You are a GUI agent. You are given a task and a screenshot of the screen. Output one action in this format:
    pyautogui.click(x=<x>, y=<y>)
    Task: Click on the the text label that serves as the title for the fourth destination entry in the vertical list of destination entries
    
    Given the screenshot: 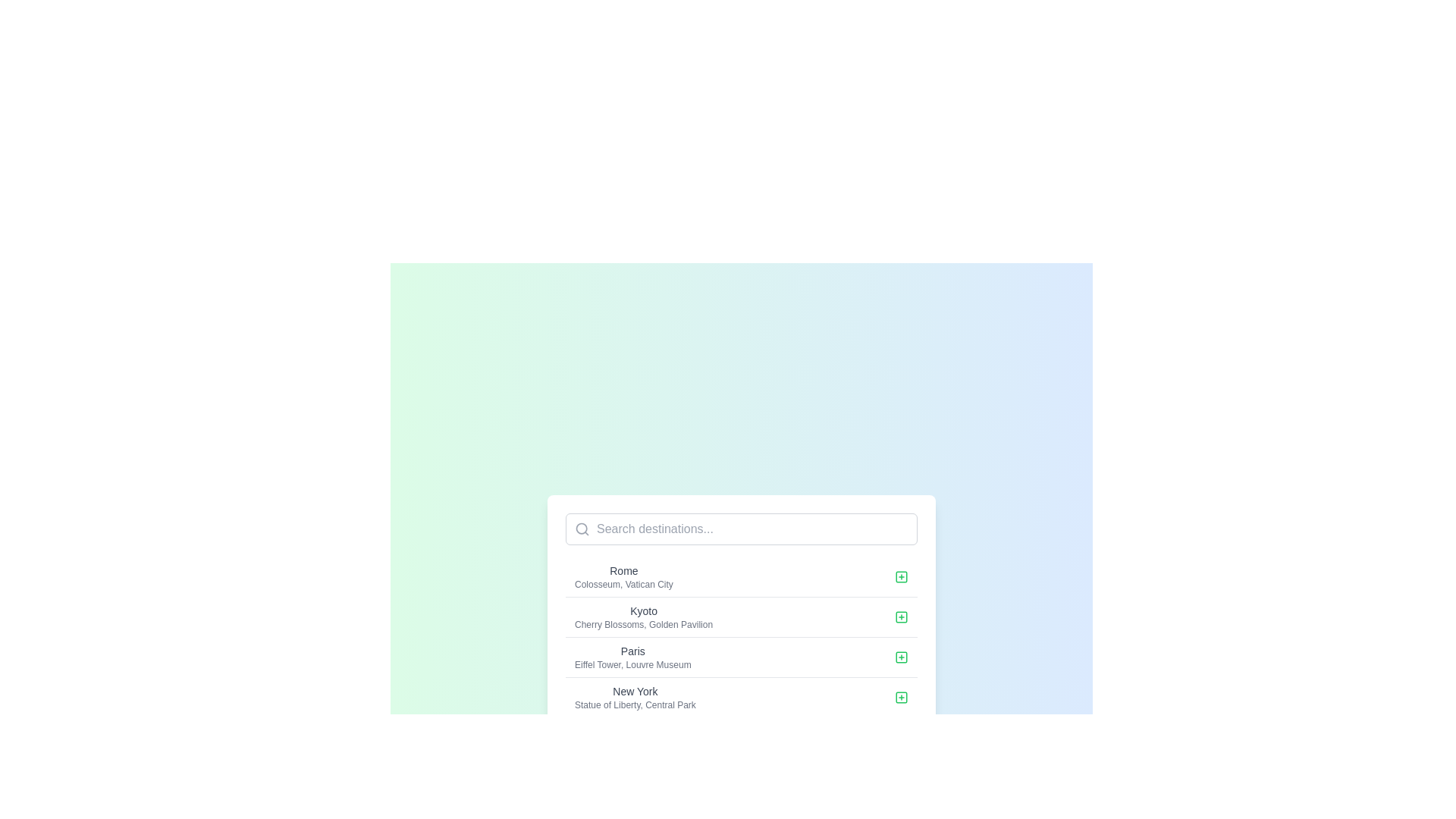 What is the action you would take?
    pyautogui.click(x=635, y=691)
    